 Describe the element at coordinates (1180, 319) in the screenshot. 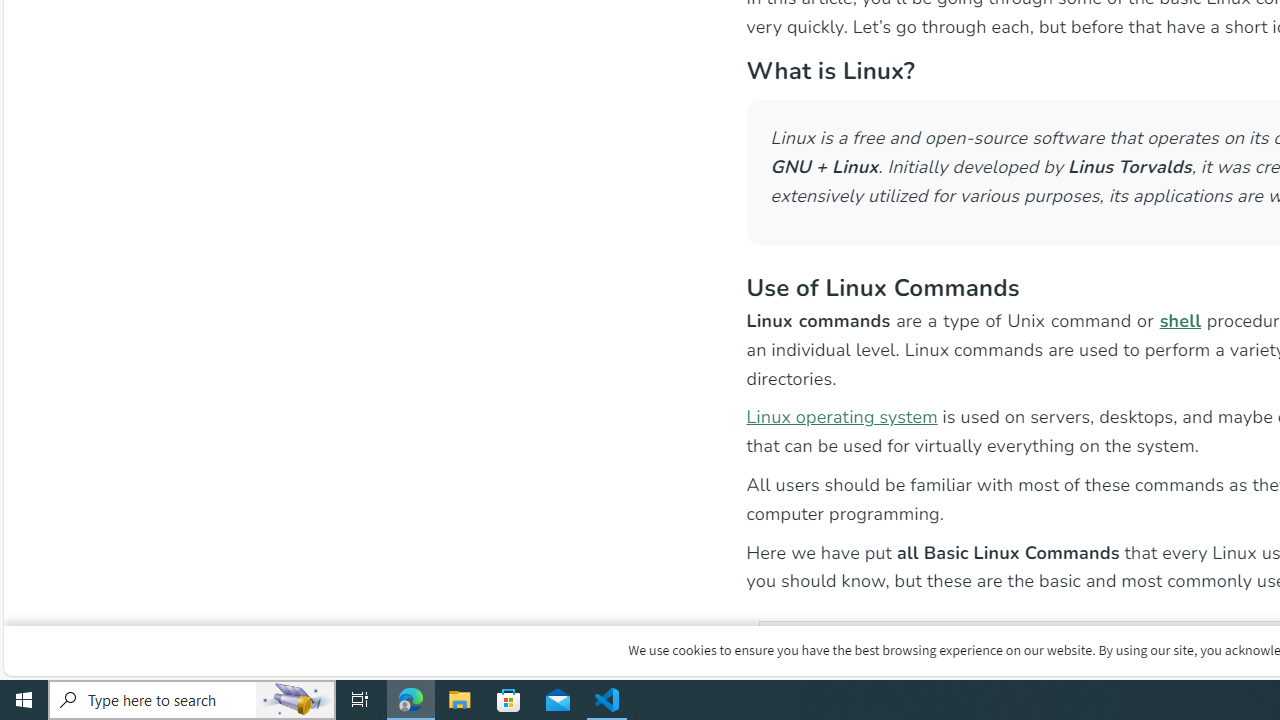

I see `'shell'` at that location.